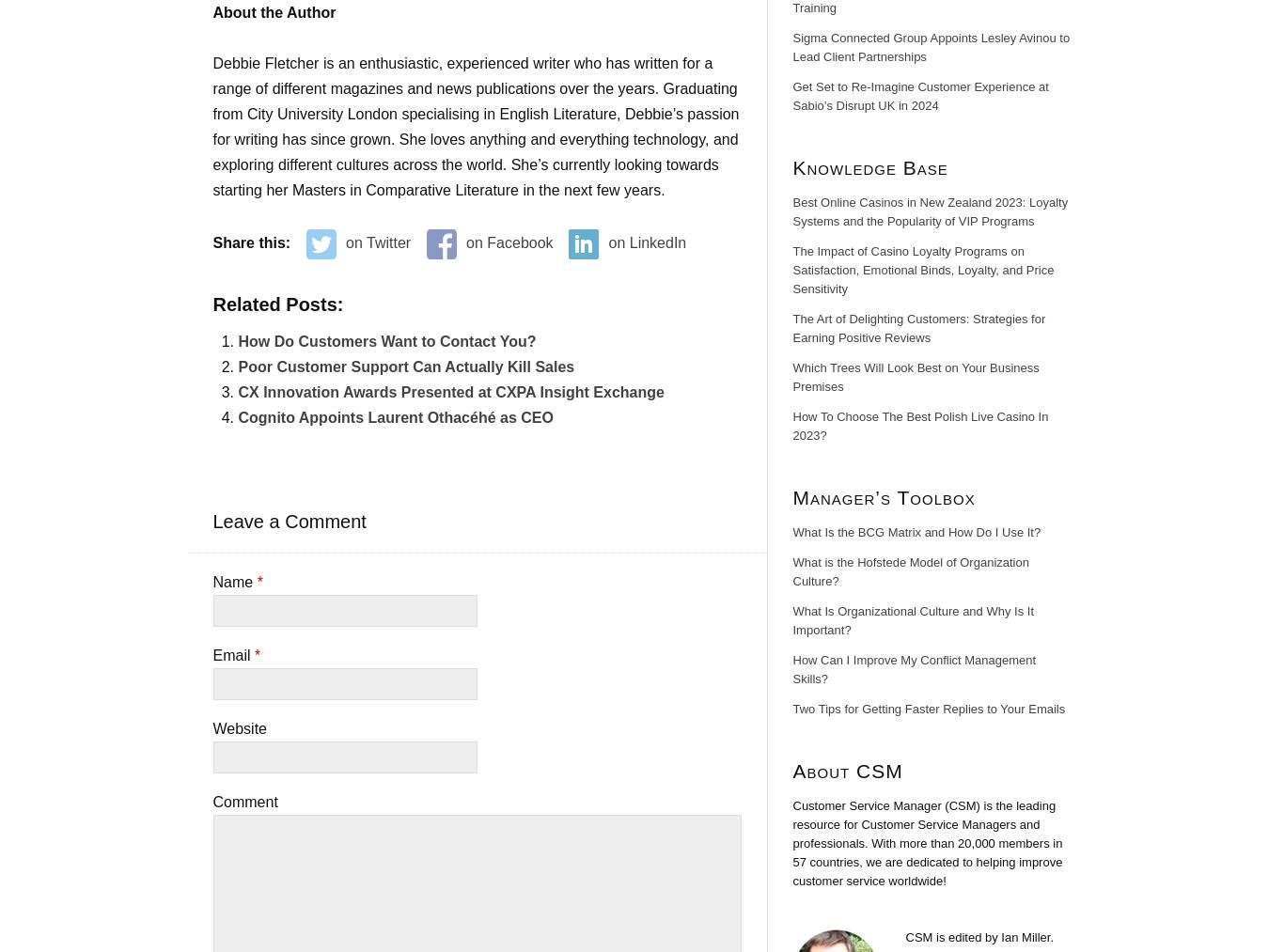 The image size is (1284, 952). What do you see at coordinates (883, 497) in the screenshot?
I see `'Manager’s Toolbox'` at bounding box center [883, 497].